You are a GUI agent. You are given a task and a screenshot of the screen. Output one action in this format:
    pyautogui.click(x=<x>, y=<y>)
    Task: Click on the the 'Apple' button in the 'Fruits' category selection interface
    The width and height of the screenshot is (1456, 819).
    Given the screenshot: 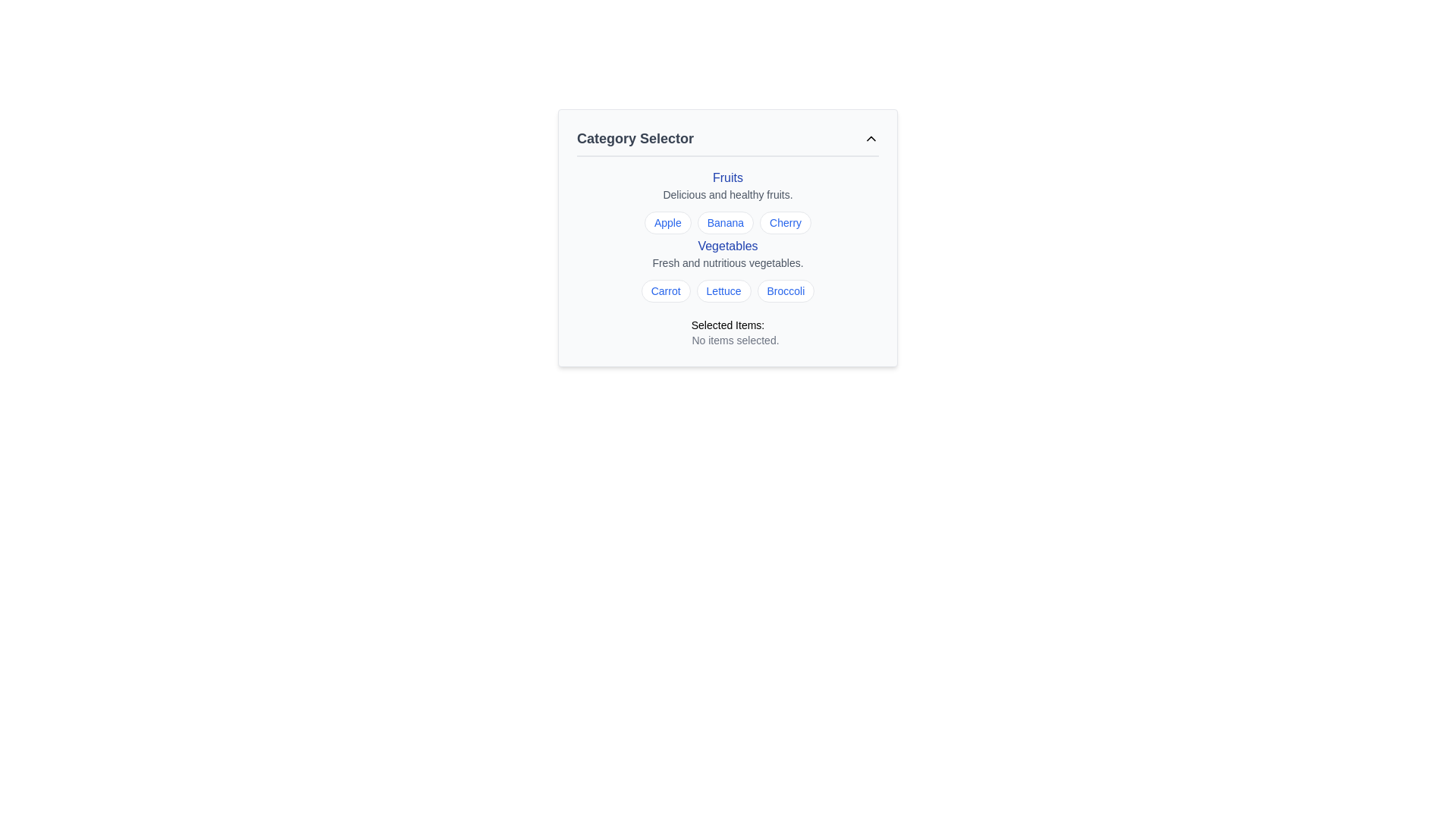 What is the action you would take?
    pyautogui.click(x=667, y=222)
    